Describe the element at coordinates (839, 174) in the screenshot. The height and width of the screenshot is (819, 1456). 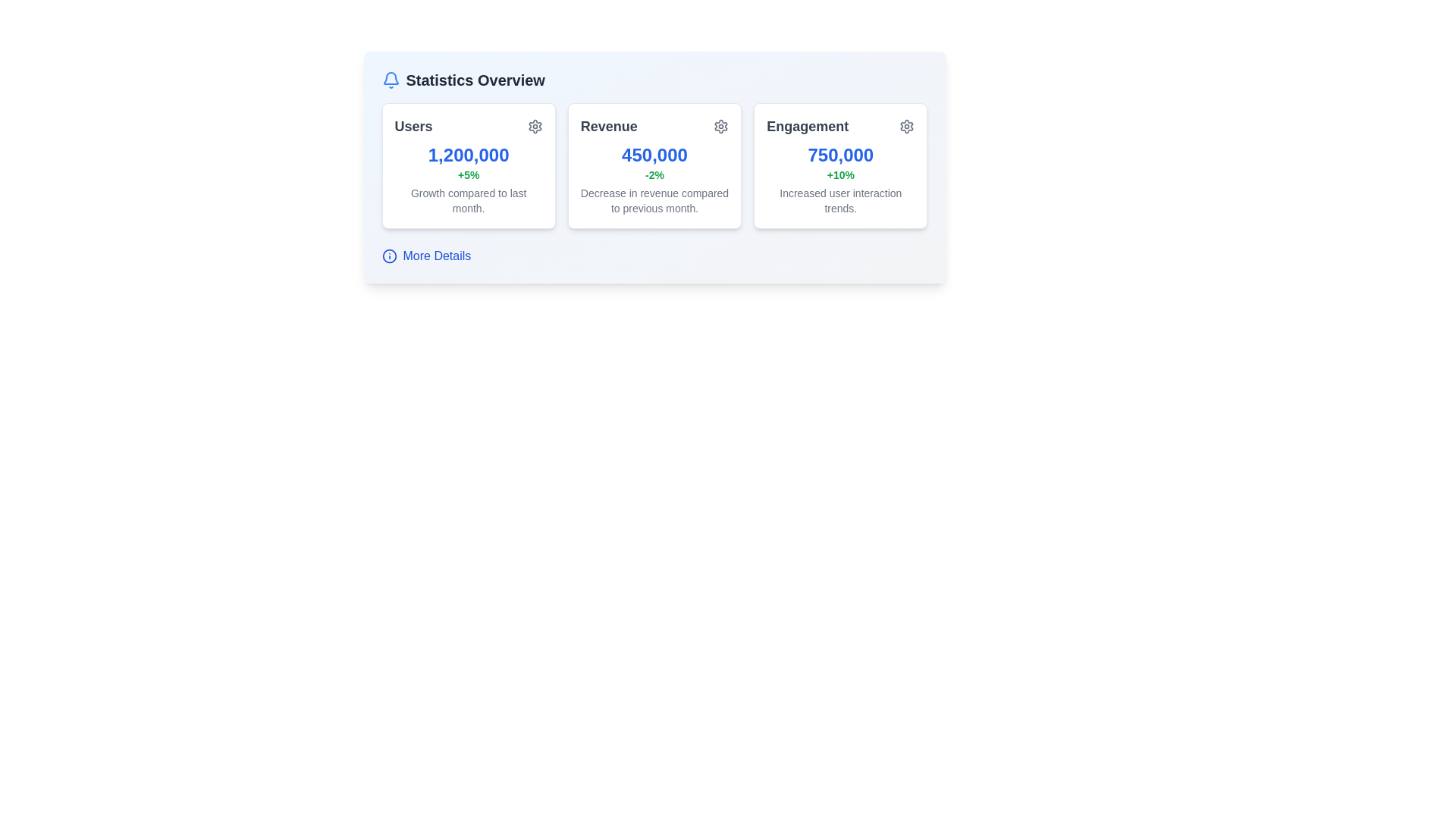
I see `the visual style of the text label indicating positive percentage change in the engagement metric, located within the 'Engagement' card below '750,000' and above 'Increased user interaction trends'` at that location.